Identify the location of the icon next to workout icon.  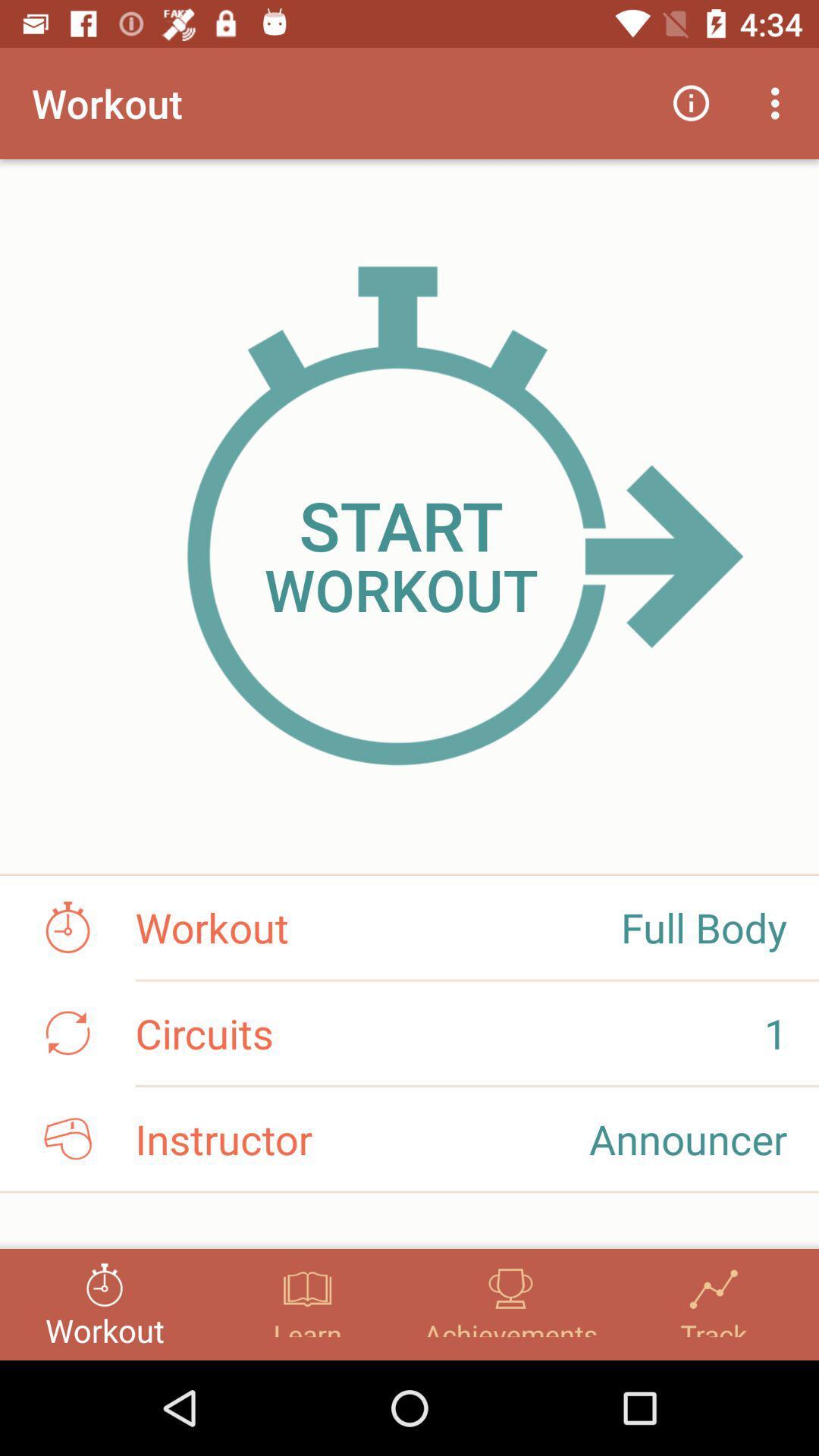
(691, 102).